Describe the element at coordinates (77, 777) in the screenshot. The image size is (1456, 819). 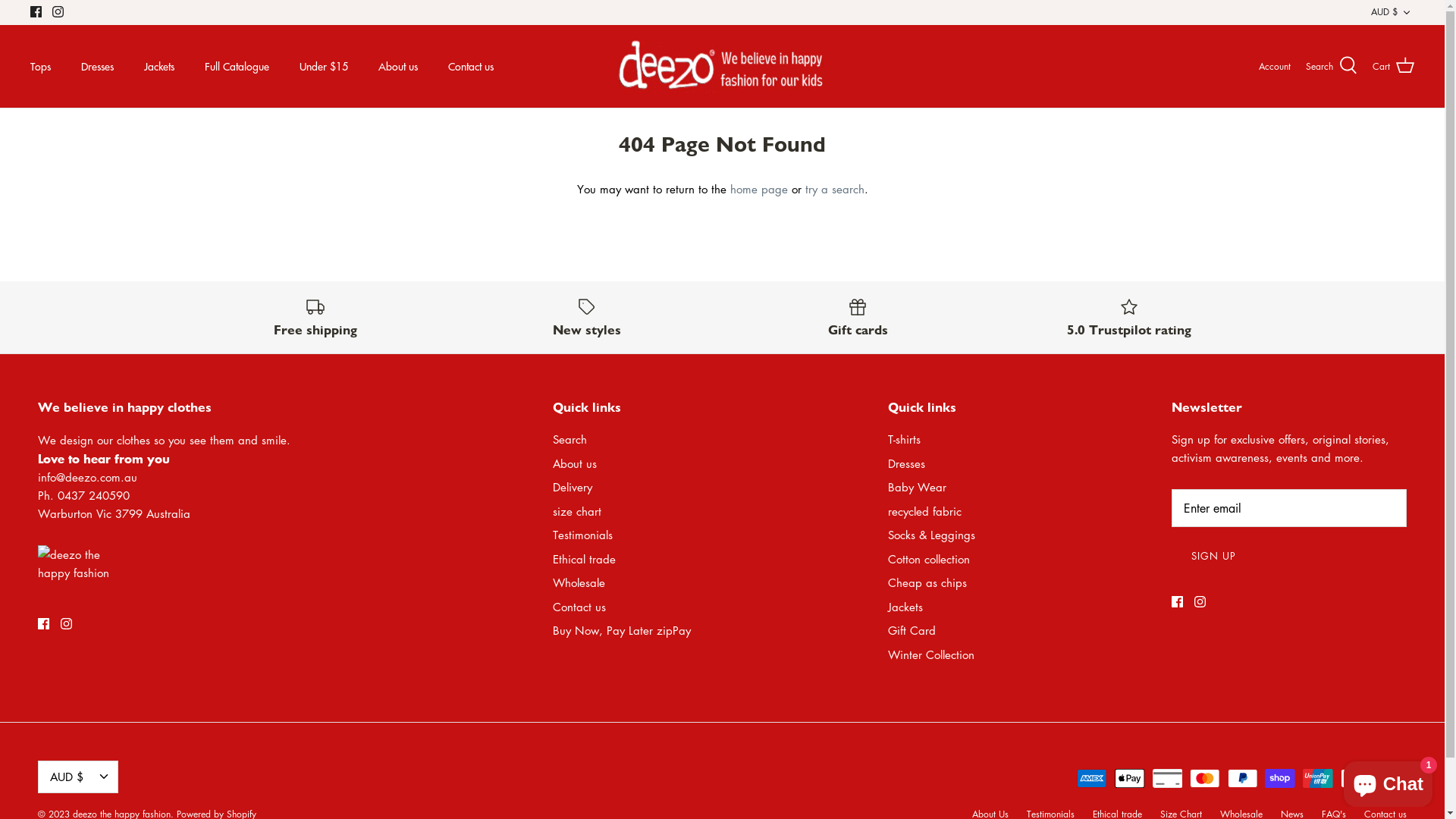
I see `'AUD $` at that location.